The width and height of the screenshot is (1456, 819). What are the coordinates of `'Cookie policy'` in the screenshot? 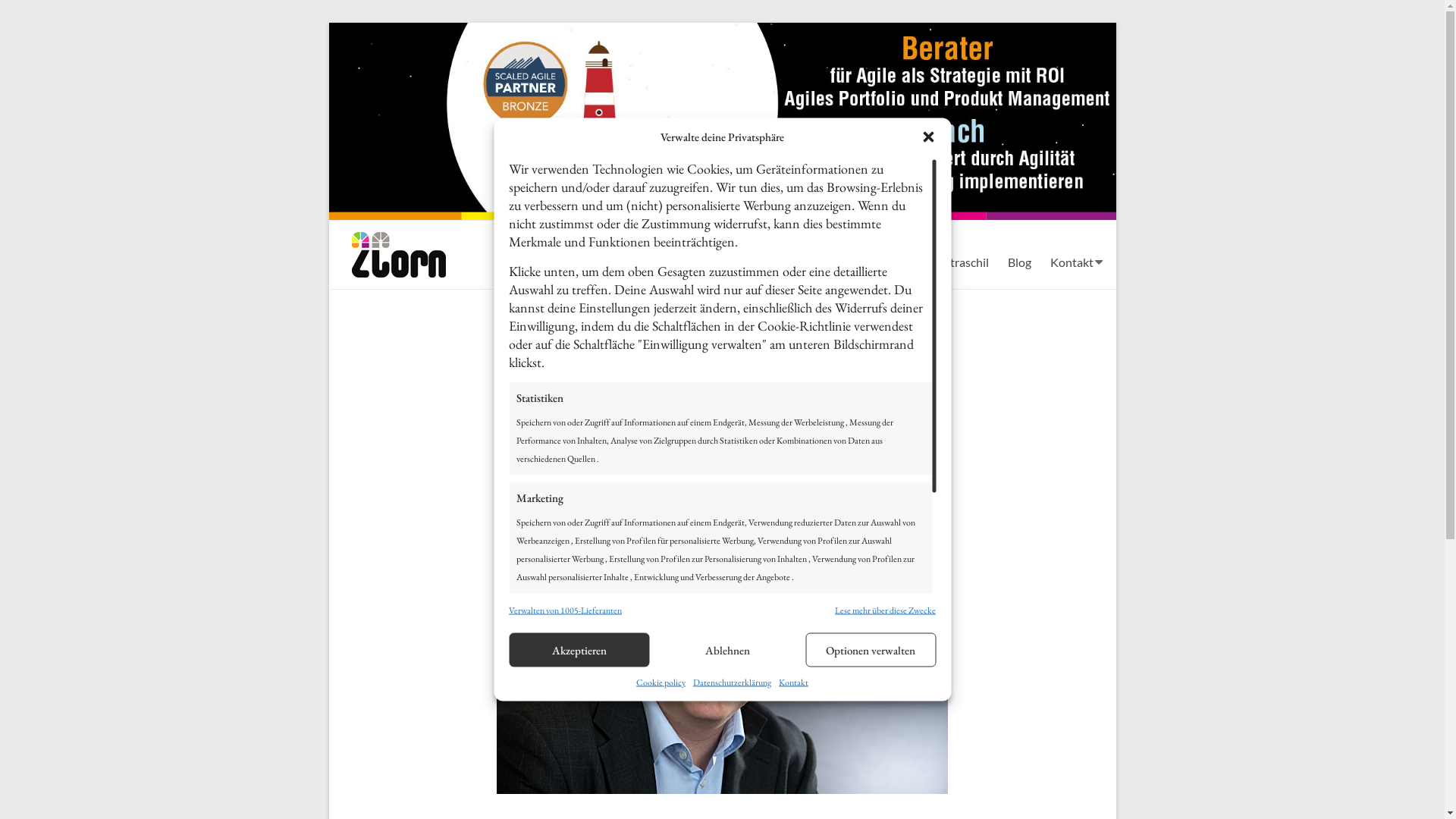 It's located at (661, 681).